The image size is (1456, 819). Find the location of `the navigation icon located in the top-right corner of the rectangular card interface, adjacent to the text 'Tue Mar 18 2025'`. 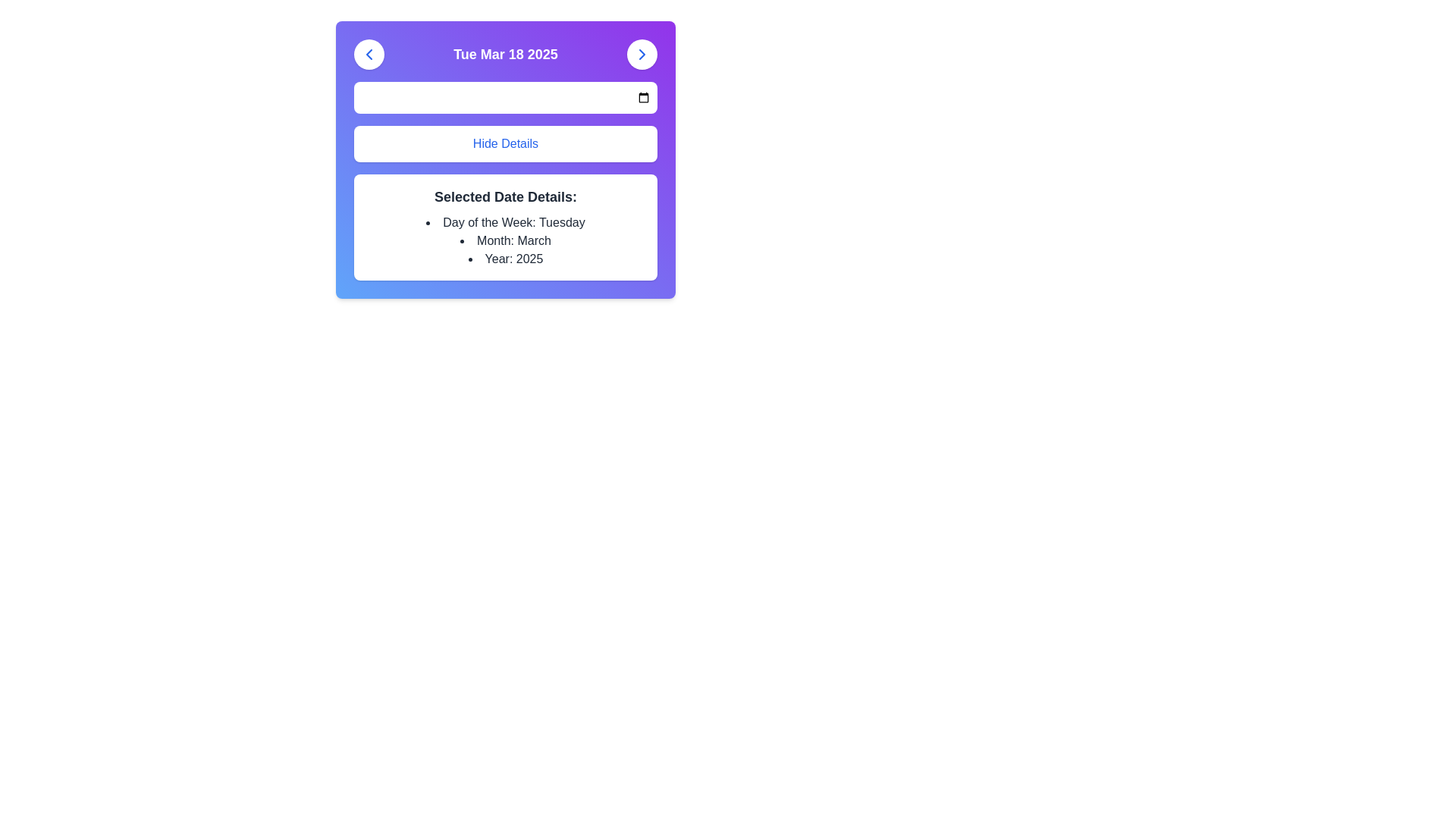

the navigation icon located in the top-right corner of the rectangular card interface, adjacent to the text 'Tue Mar 18 2025' is located at coordinates (642, 54).